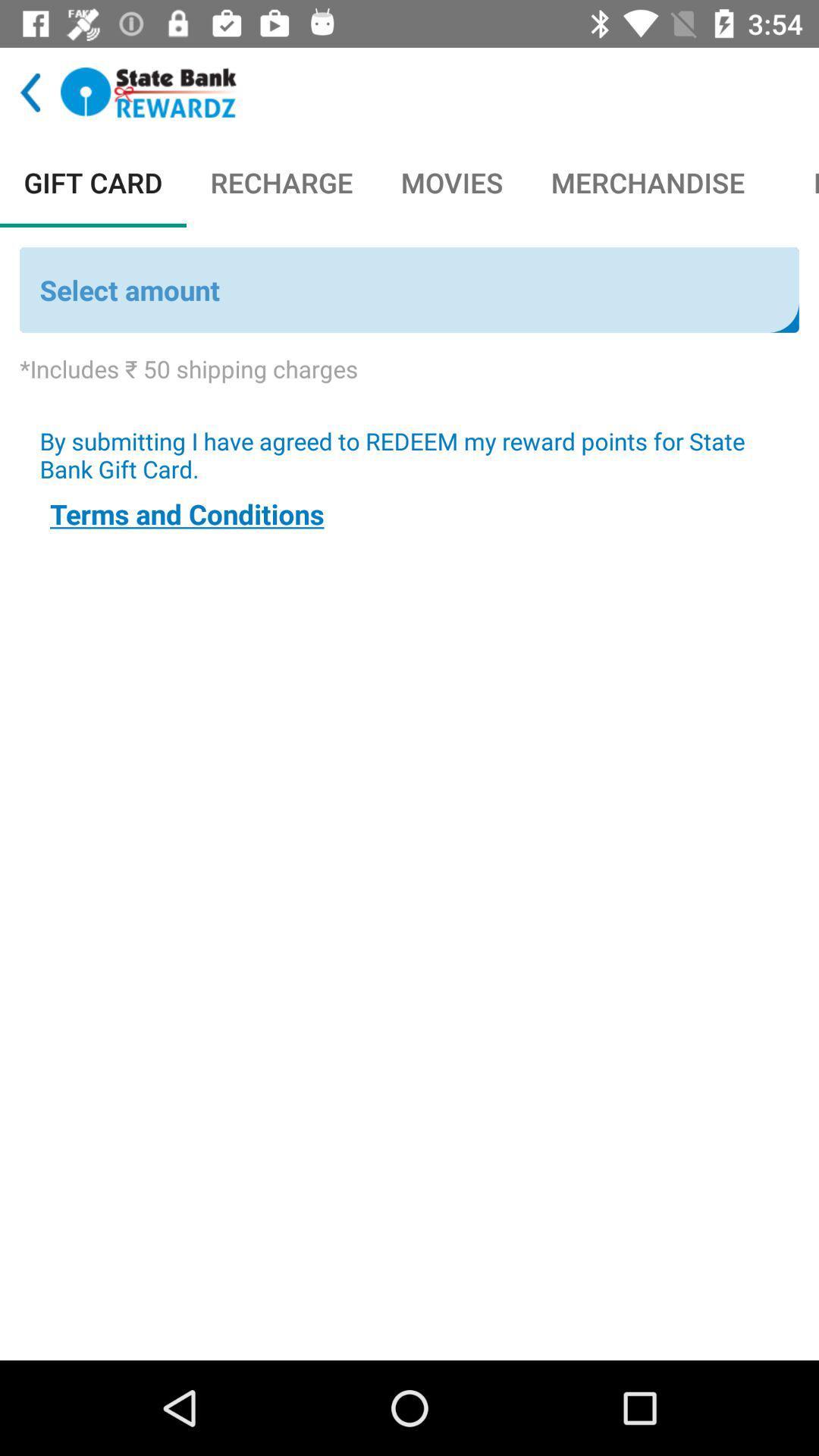  I want to click on main page, so click(149, 92).